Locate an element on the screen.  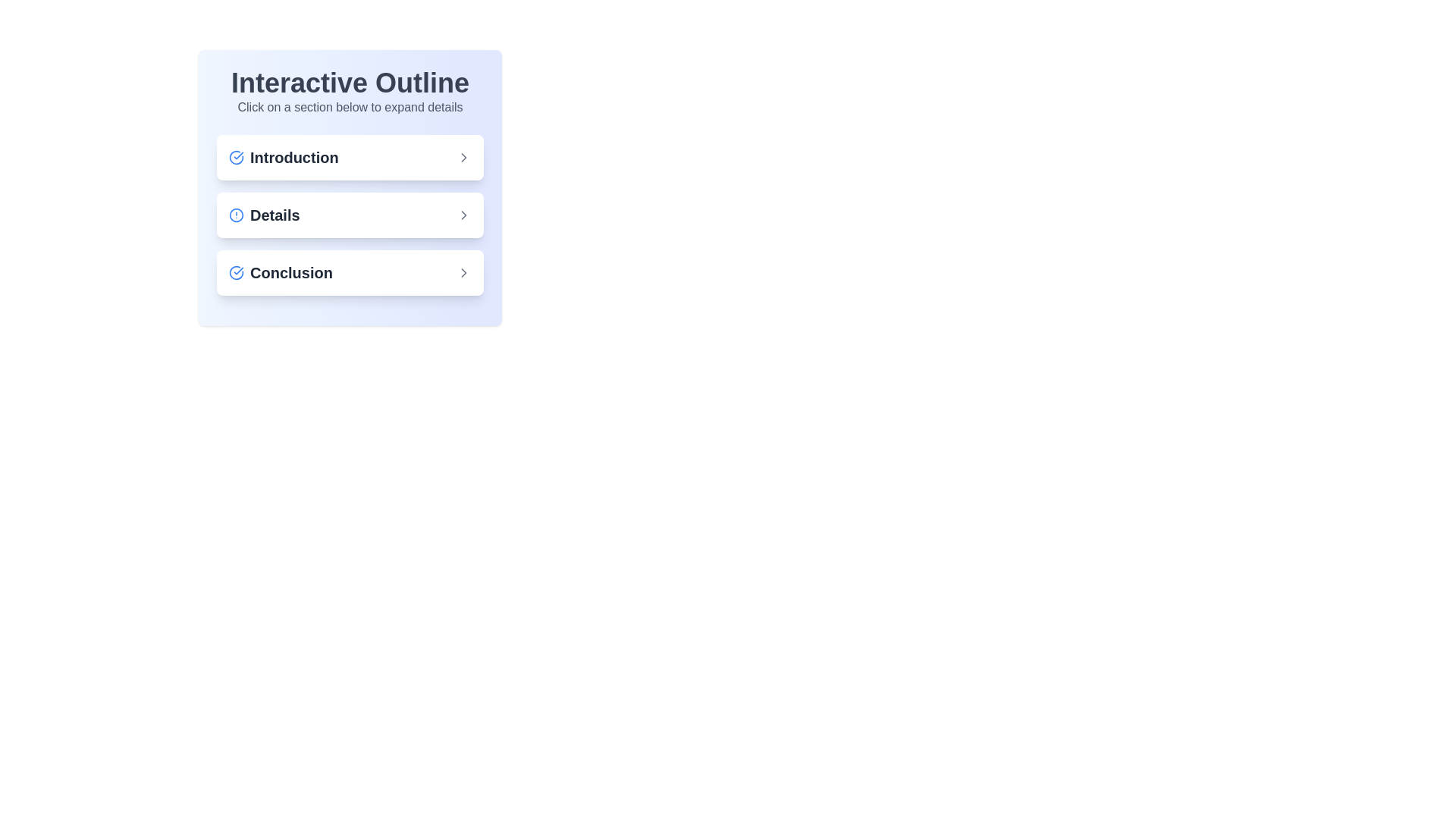
the Chevron icon is located at coordinates (463, 271).